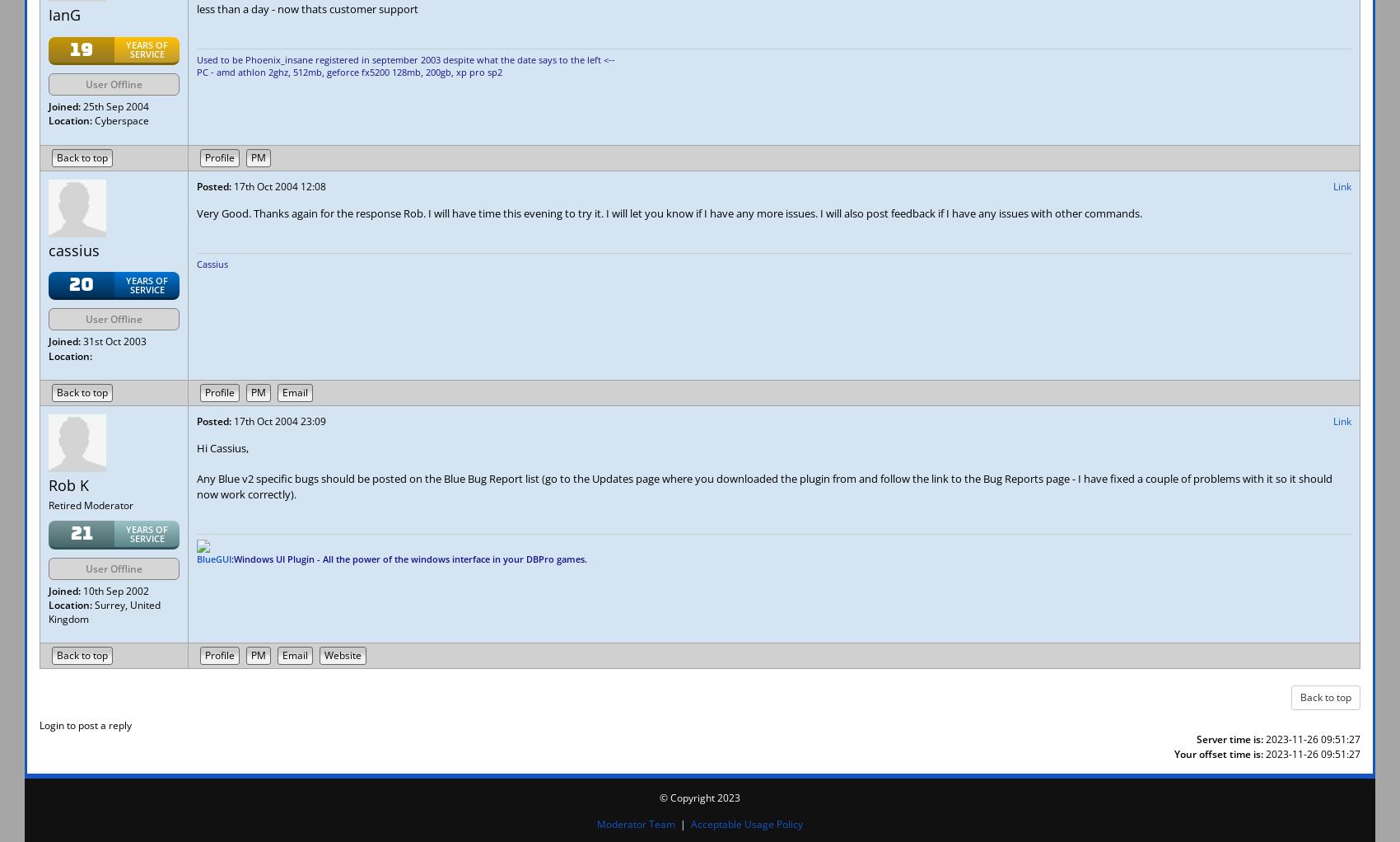 The image size is (1400, 842). I want to click on '25th Sep 2004', so click(114, 106).